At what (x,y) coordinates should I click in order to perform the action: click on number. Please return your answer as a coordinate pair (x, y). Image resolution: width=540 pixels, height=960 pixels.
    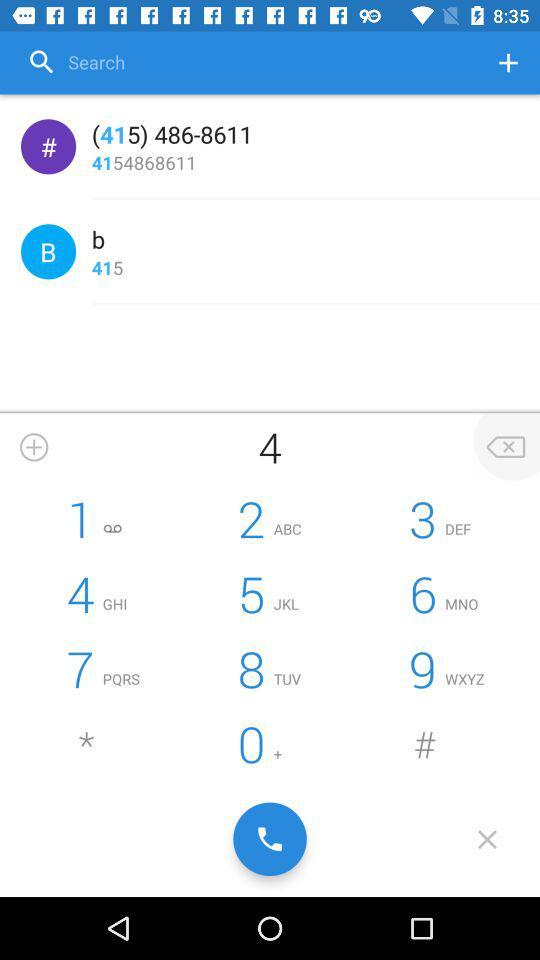
    Looking at the image, I should click on (508, 62).